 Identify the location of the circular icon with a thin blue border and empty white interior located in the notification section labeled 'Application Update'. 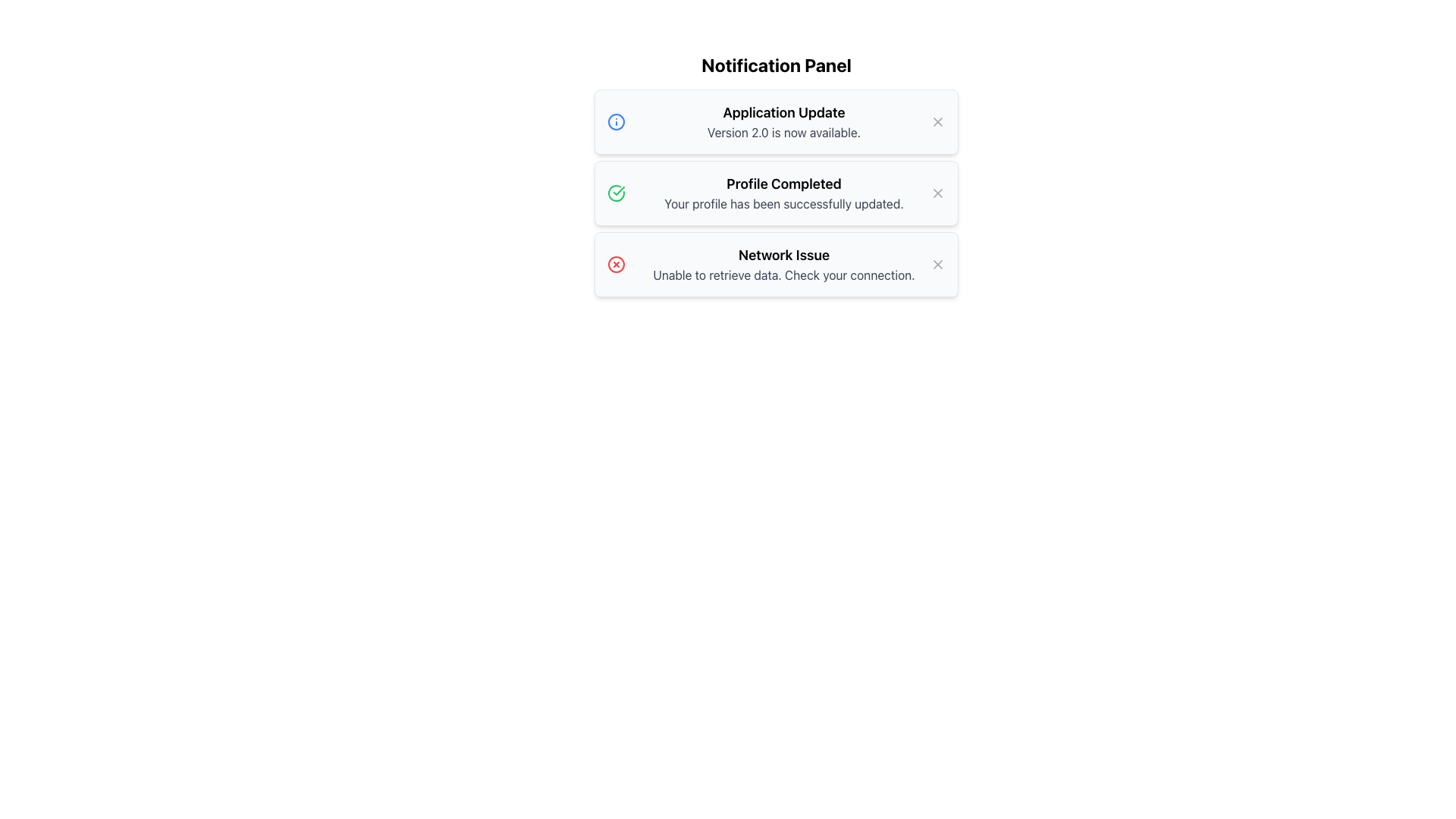
(616, 121).